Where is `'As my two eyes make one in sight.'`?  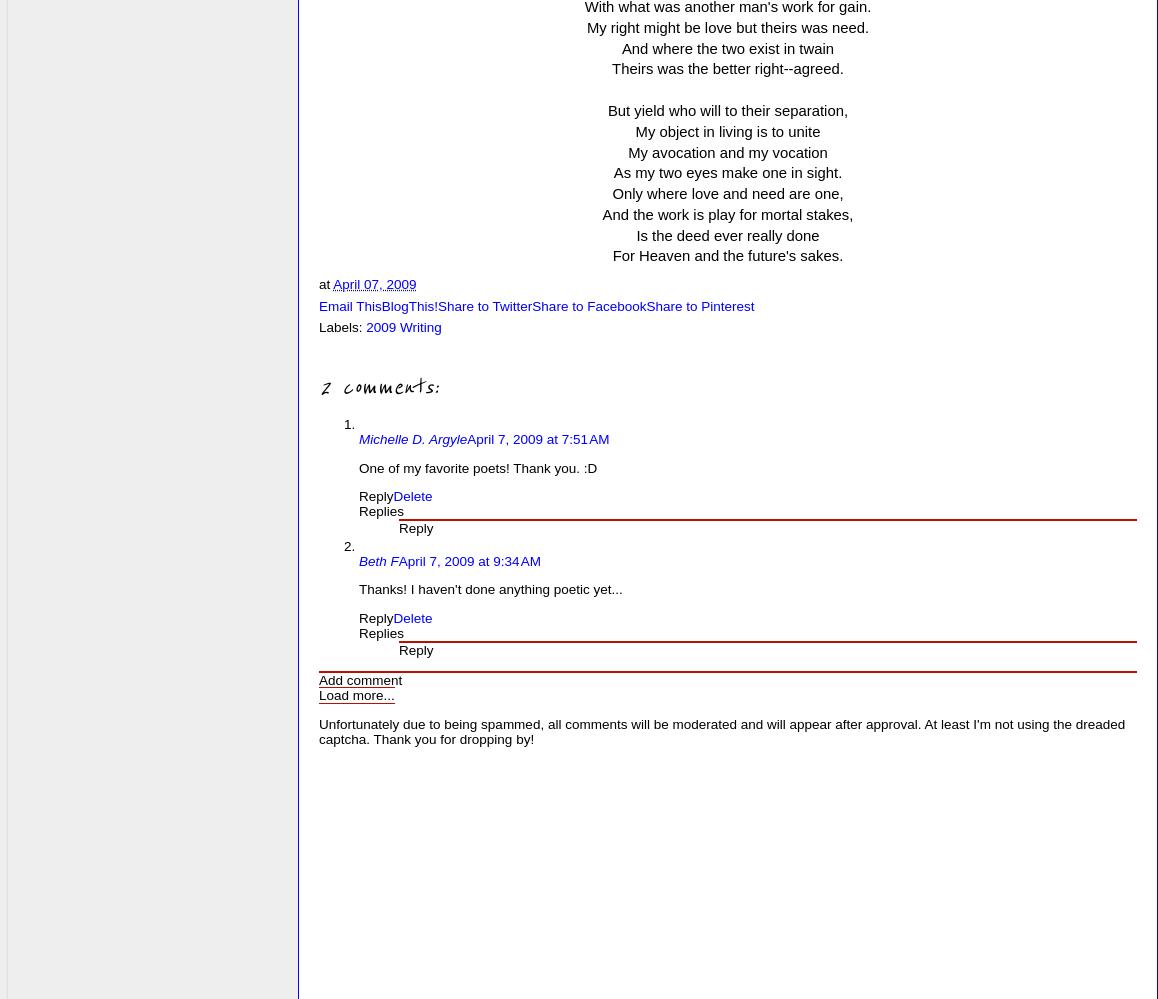 'As my two eyes make one in sight.' is located at coordinates (726, 172).